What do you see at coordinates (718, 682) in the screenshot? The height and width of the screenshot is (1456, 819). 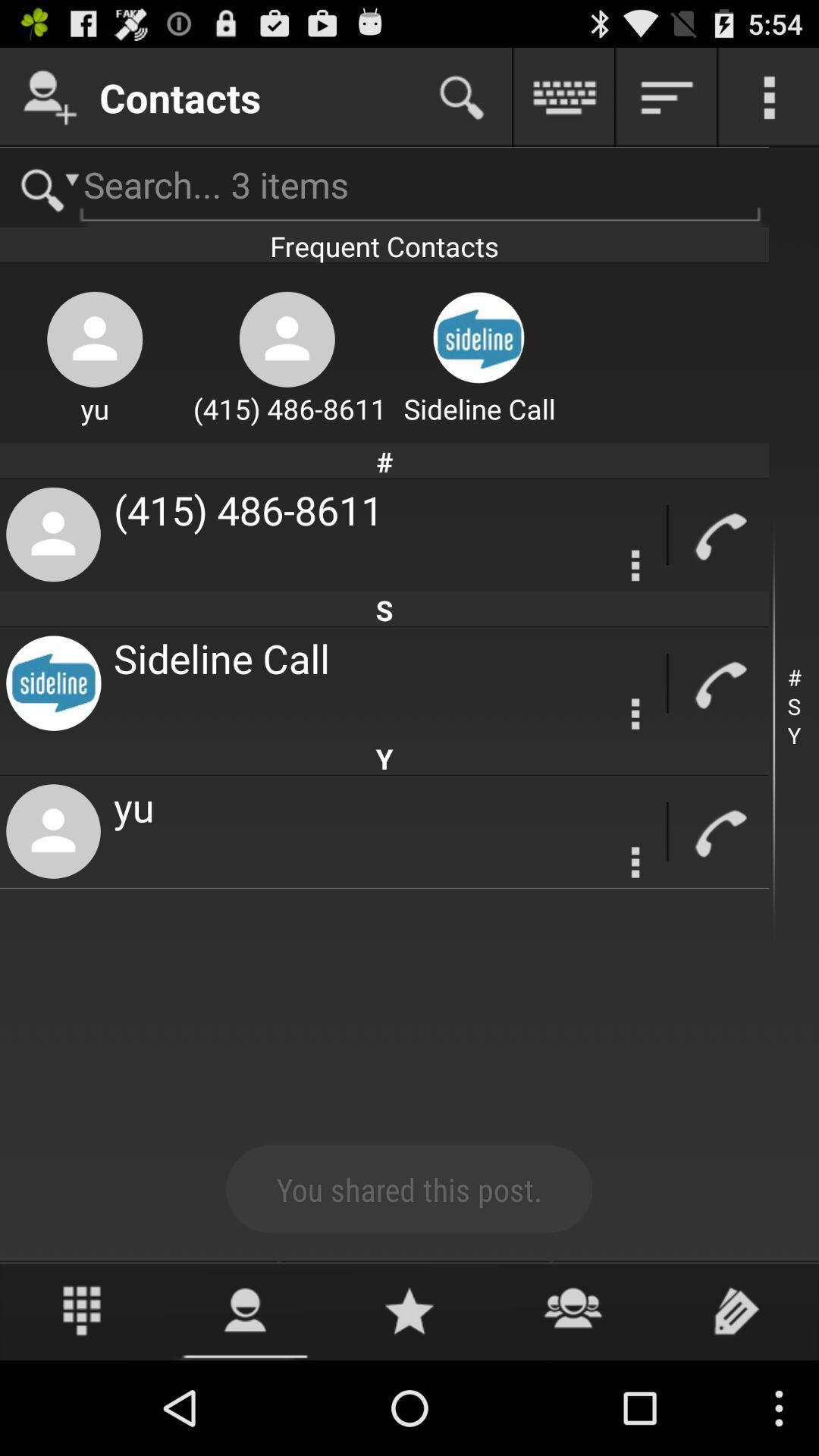 I see `call option` at bounding box center [718, 682].